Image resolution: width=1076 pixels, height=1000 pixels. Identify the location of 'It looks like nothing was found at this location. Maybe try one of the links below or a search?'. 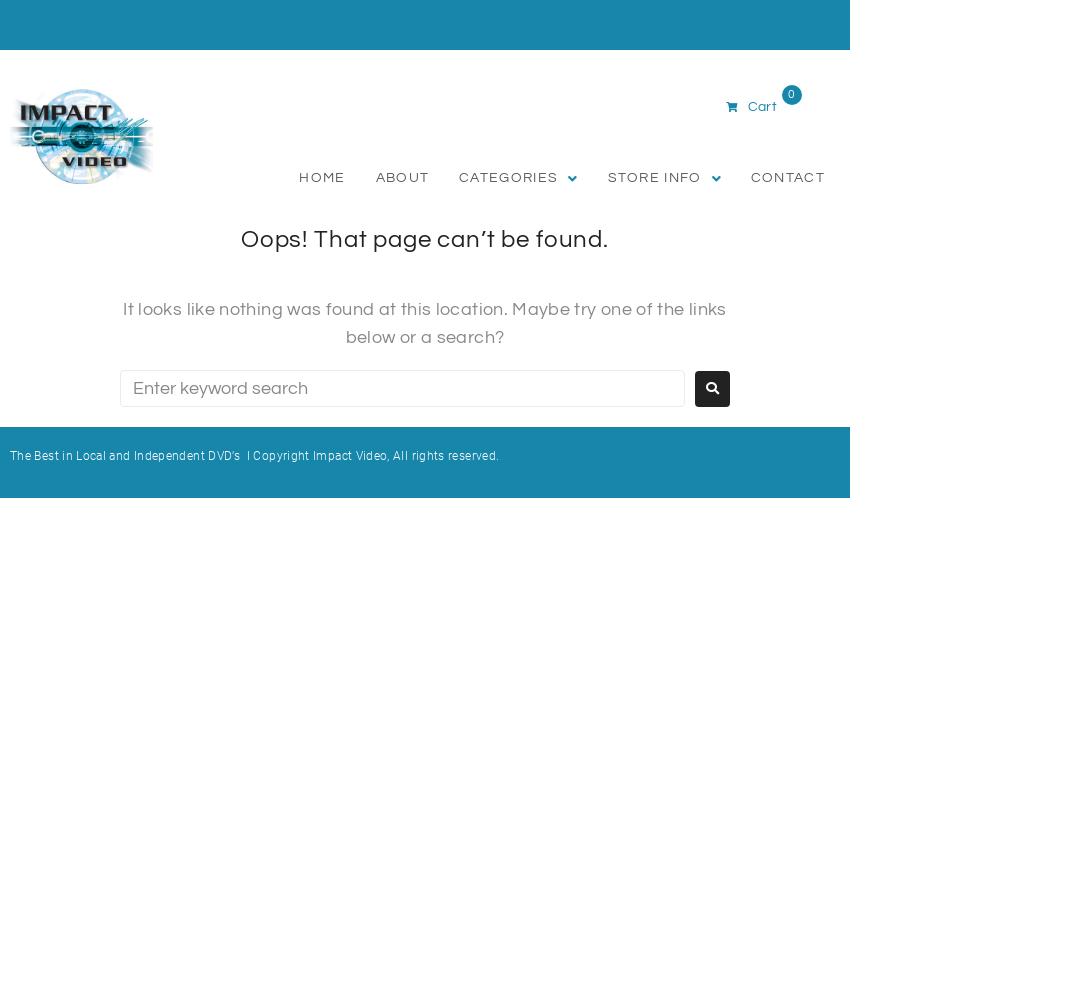
(424, 322).